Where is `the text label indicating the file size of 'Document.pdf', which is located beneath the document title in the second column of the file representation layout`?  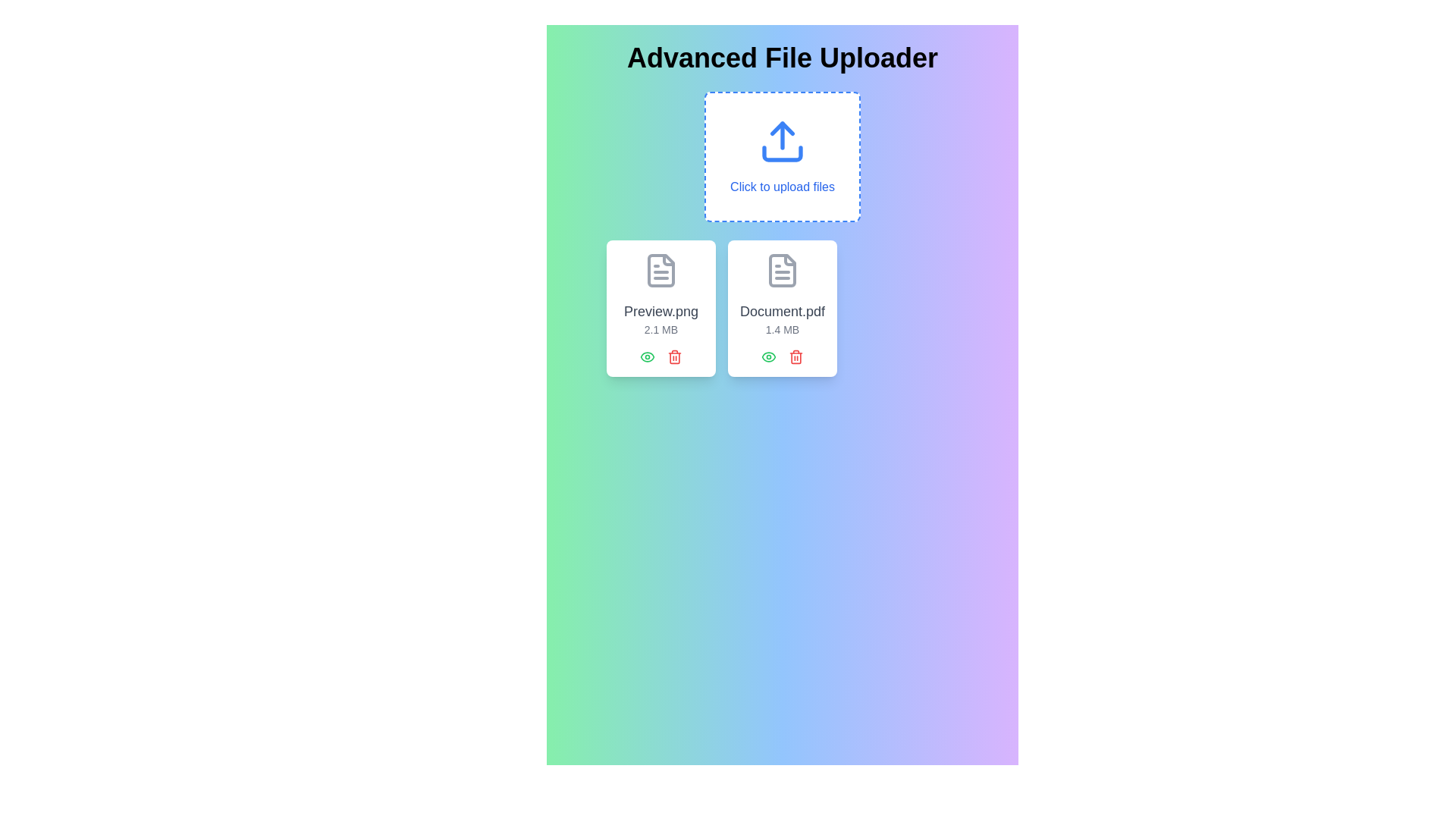 the text label indicating the file size of 'Document.pdf', which is located beneath the document title in the second column of the file representation layout is located at coordinates (783, 329).